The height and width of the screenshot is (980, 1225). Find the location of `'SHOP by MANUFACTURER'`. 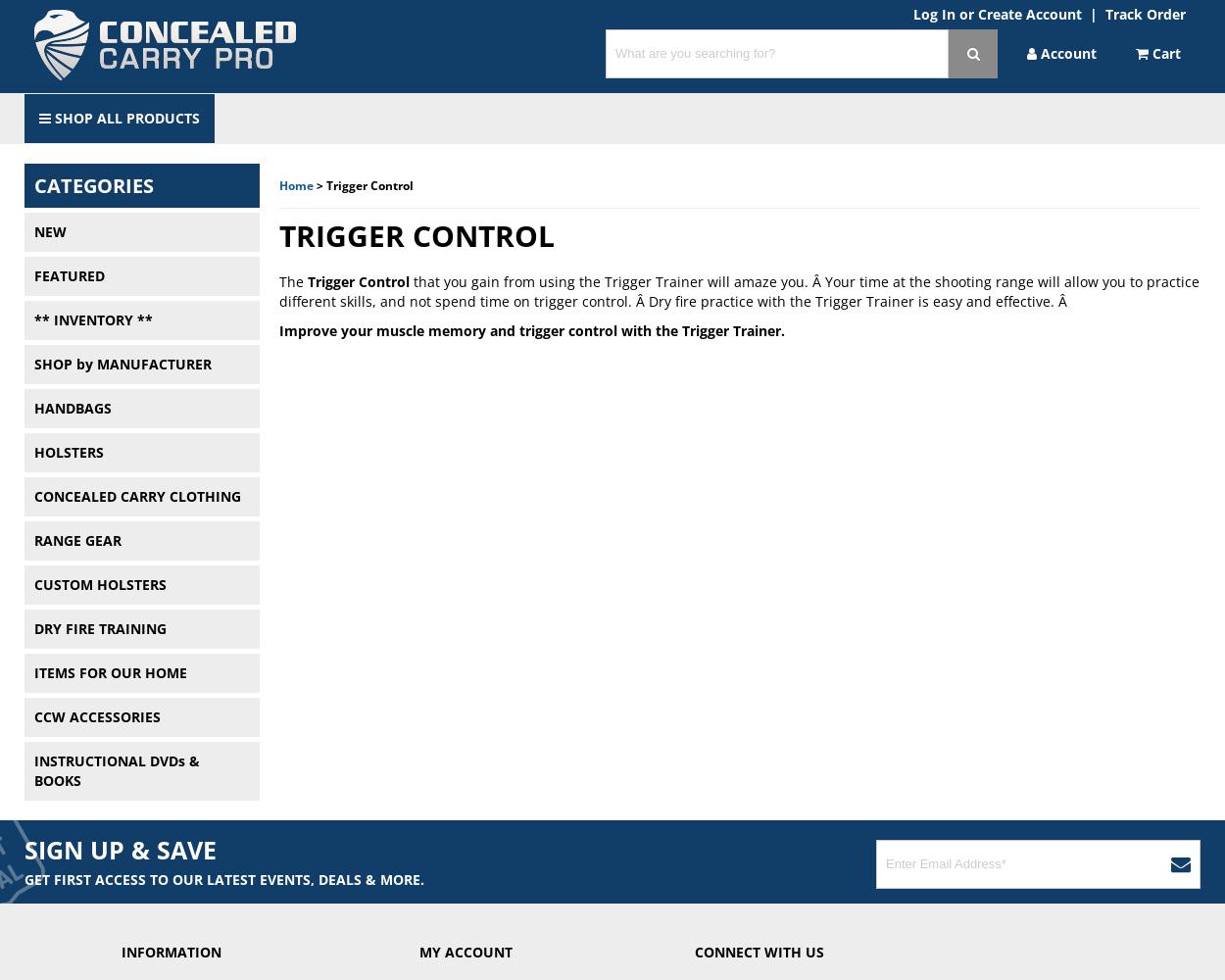

'SHOP by MANUFACTURER' is located at coordinates (122, 363).